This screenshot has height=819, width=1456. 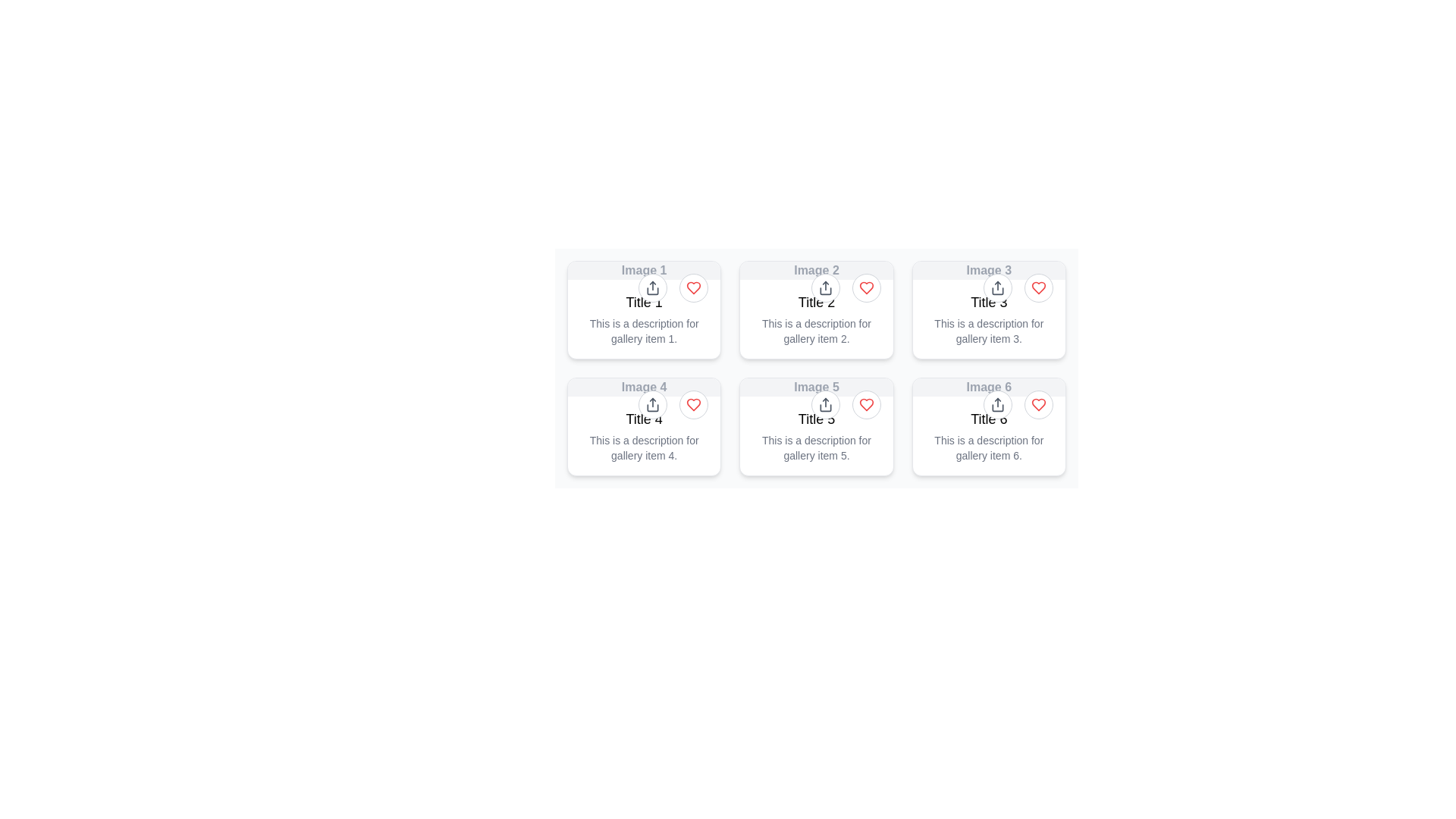 I want to click on the Text Block that conveys textual information about the gallery item, located centrally in the top-left card below 'Image 1' and above the card's background, so click(x=644, y=318).